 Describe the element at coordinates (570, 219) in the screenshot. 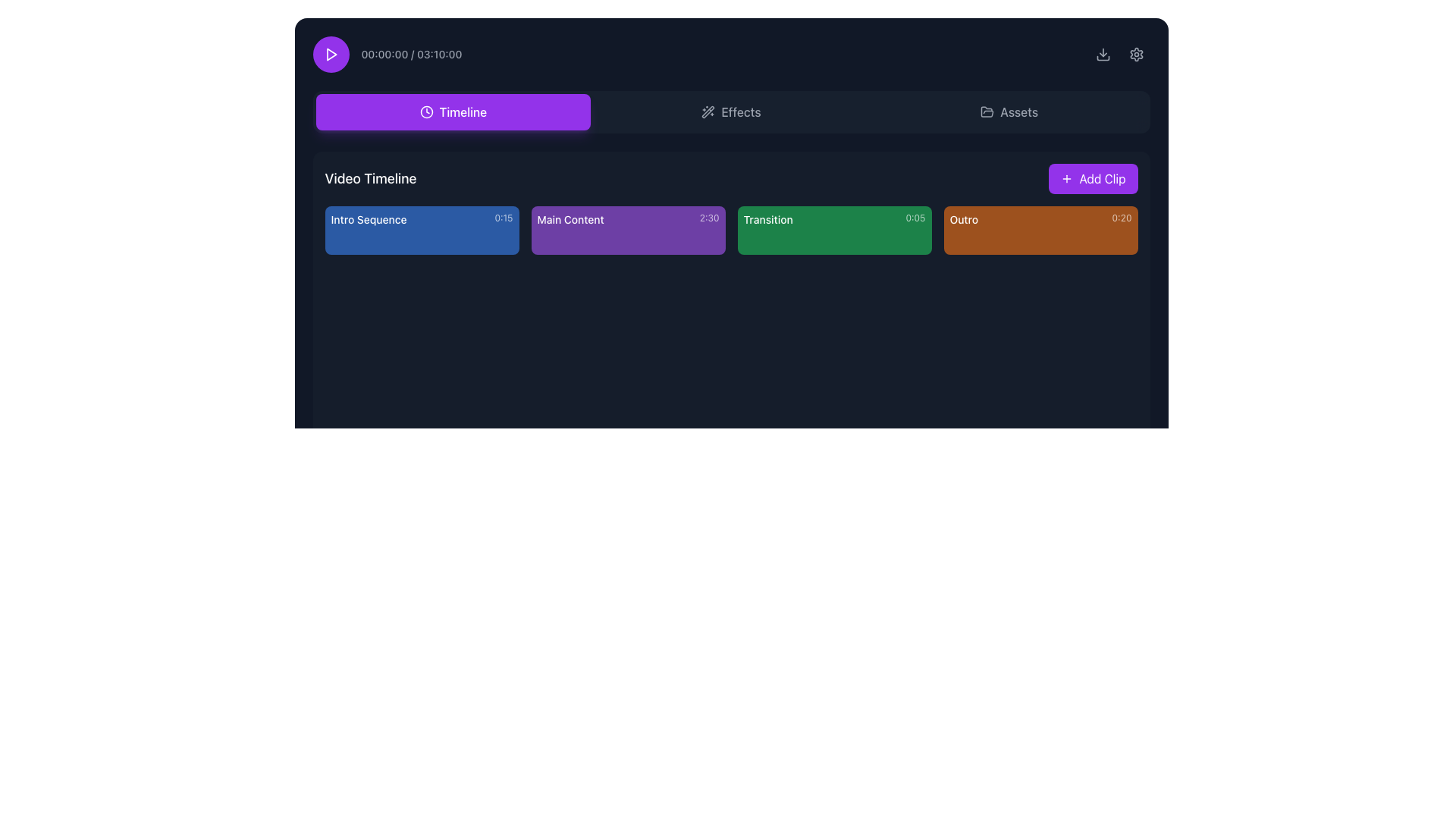

I see `text of the label indicating the name or content of the associated timeline segment, which is centered horizontally in the second block of the Video Timeline section, positioned between the 'Intro Sequence' and 'Transition' blocks` at that location.